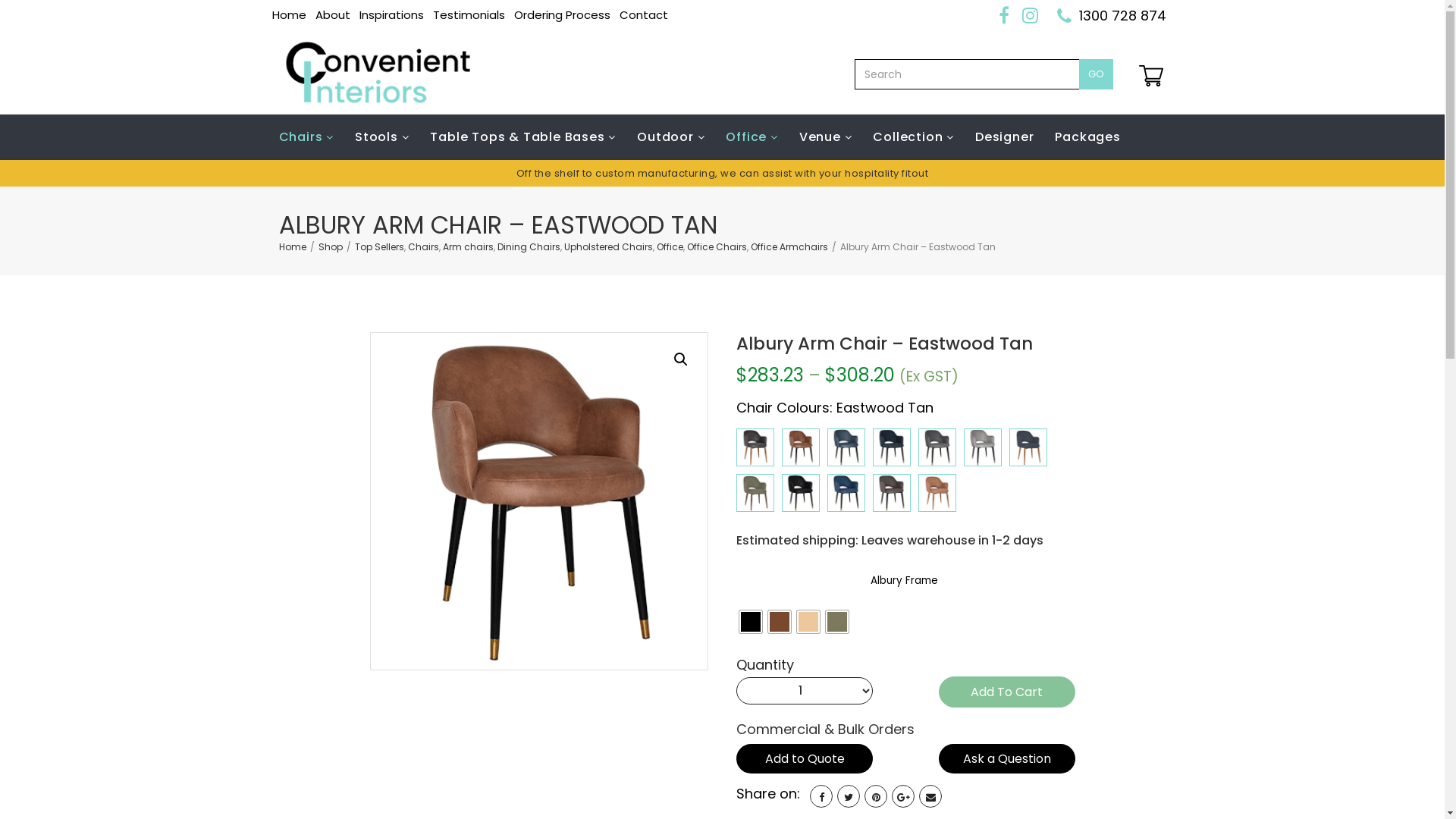  Describe the element at coordinates (1087, 137) in the screenshot. I see `'Packages'` at that location.